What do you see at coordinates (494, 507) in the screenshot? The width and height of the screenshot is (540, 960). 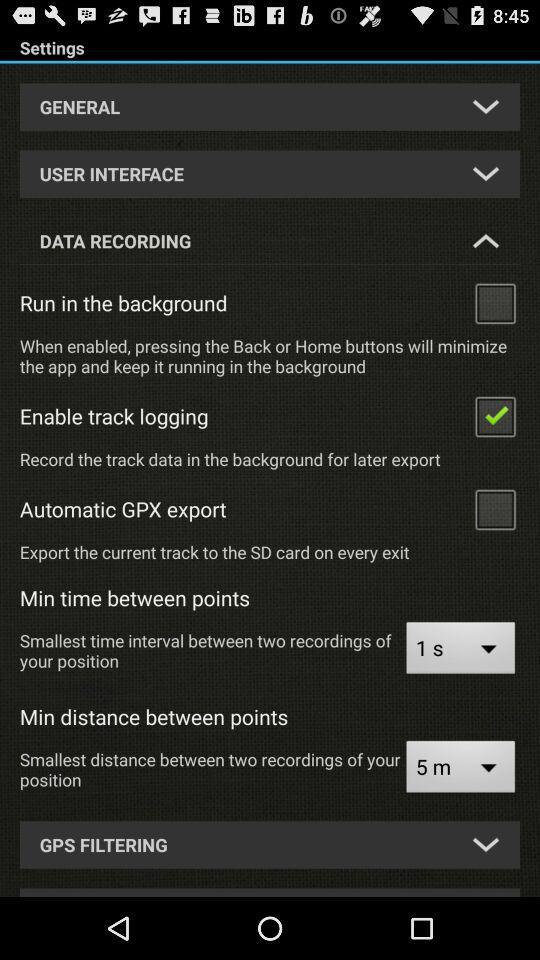 I see `click on the box` at bounding box center [494, 507].